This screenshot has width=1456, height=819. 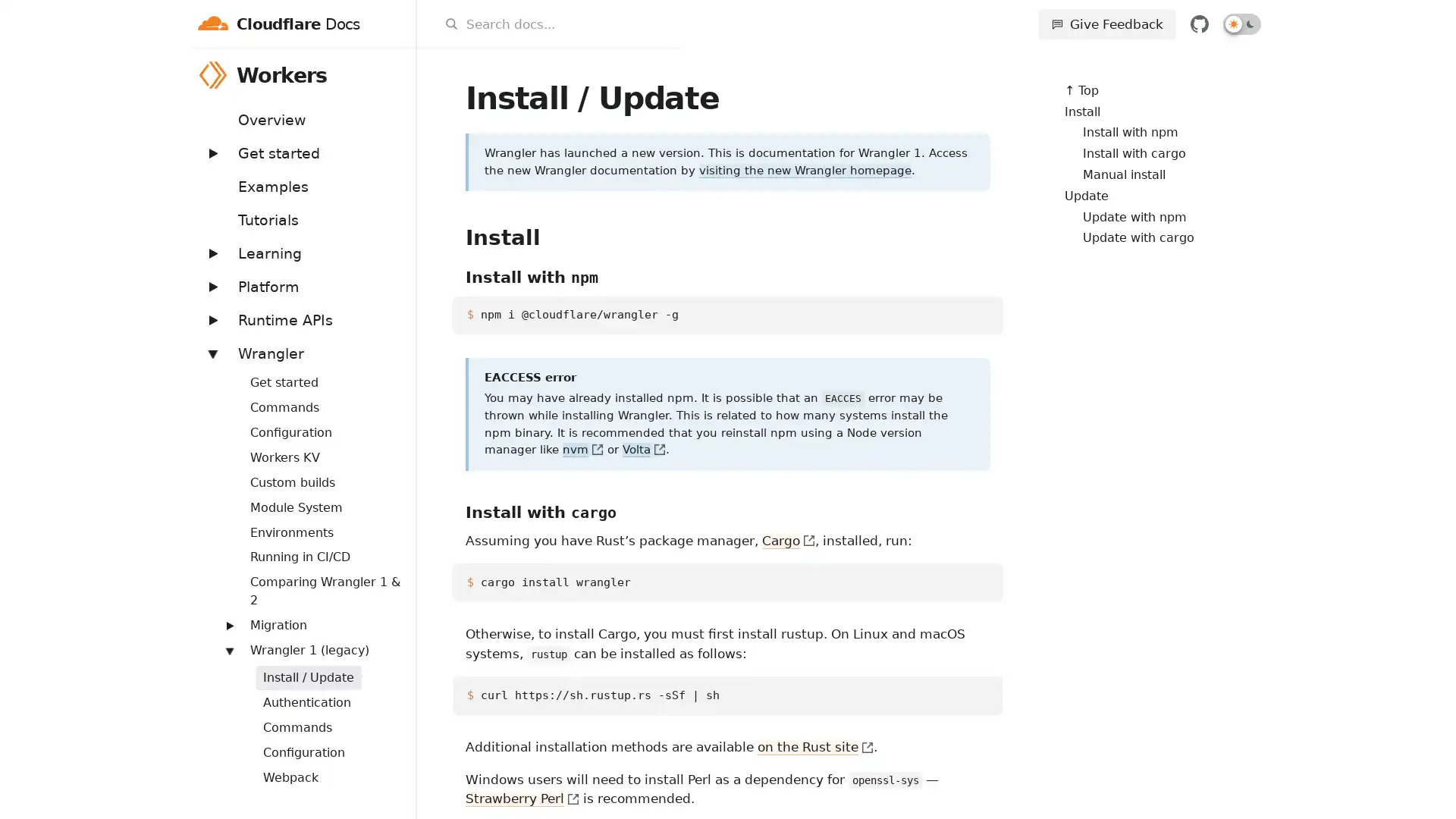 I want to click on Workers menu, so click(x=396, y=74).